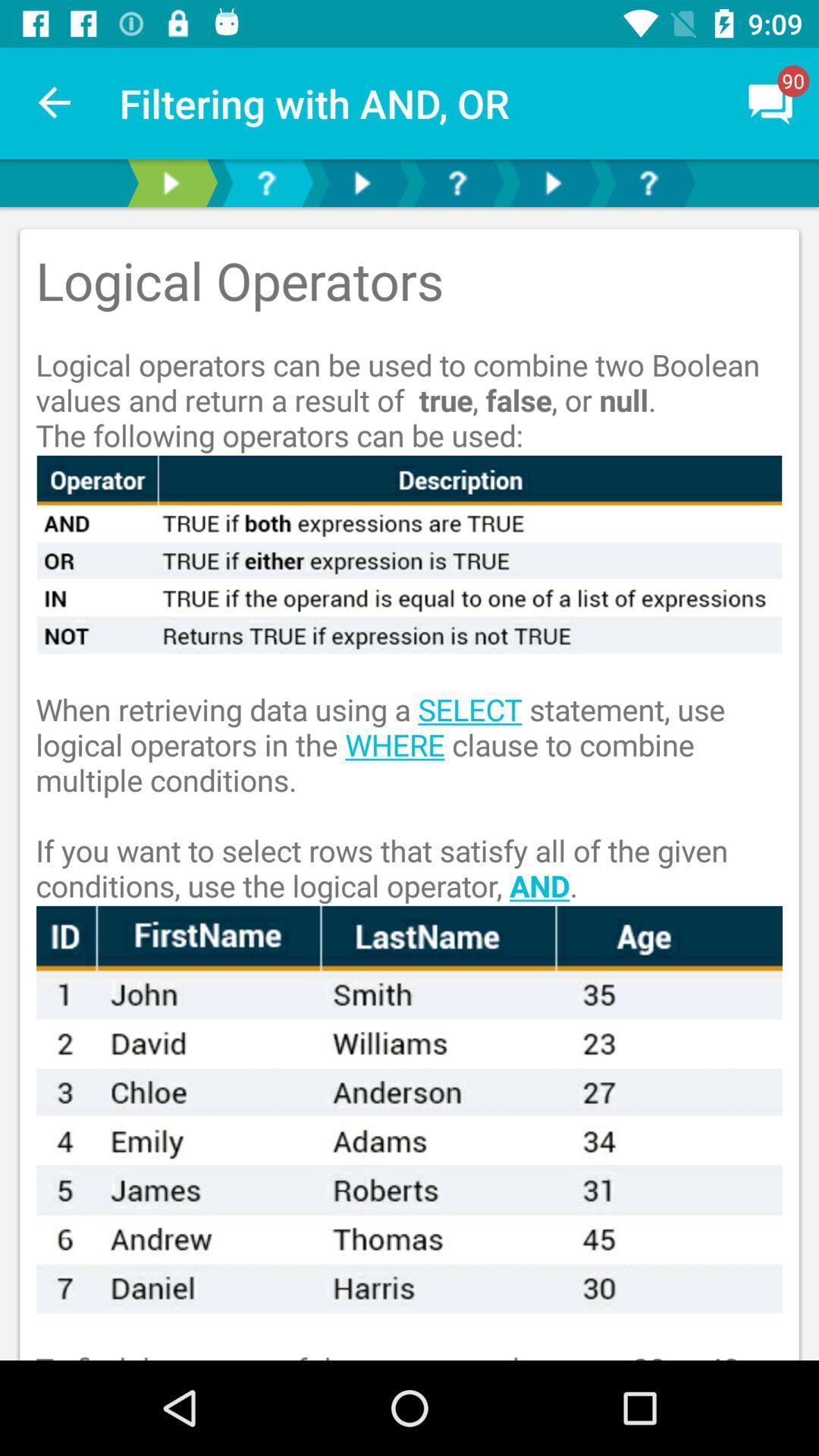 The image size is (819, 1456). I want to click on when retrieving data item, so click(409, 780).